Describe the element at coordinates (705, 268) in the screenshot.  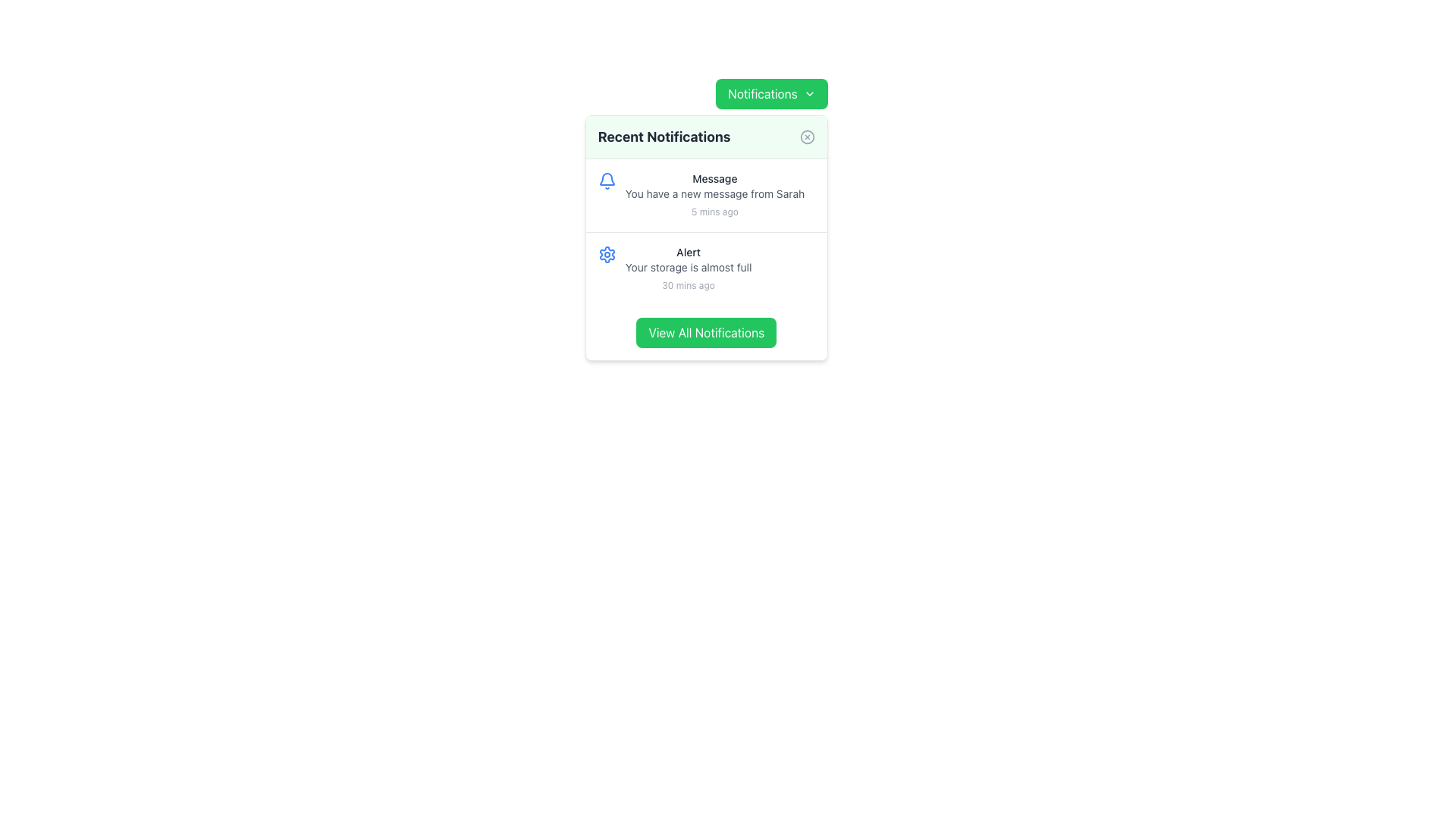
I see `notification item that is the second in the list under 'Recent Notifications', positioned below the 'Message' notification` at that location.